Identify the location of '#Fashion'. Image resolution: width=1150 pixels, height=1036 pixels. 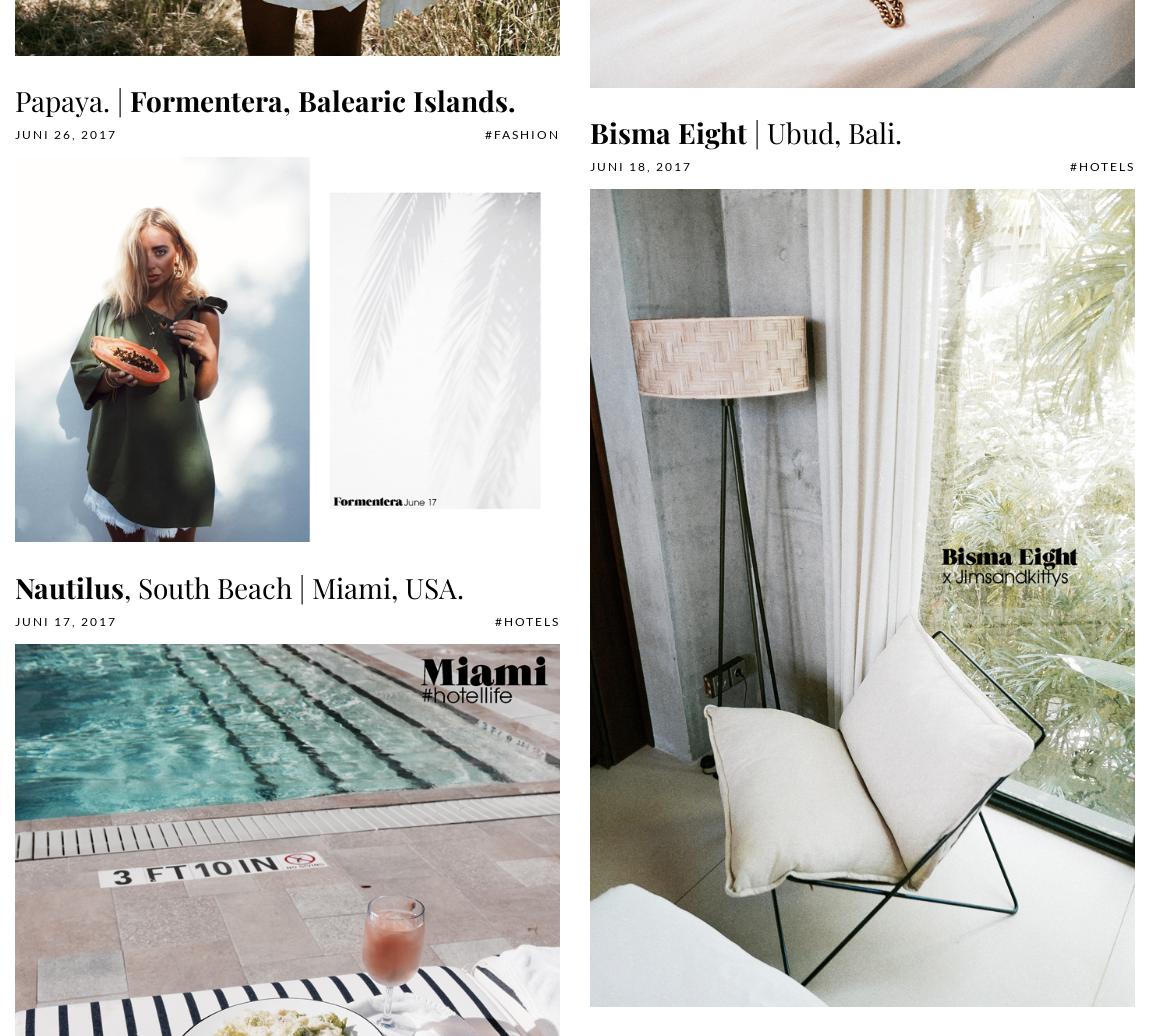
(522, 134).